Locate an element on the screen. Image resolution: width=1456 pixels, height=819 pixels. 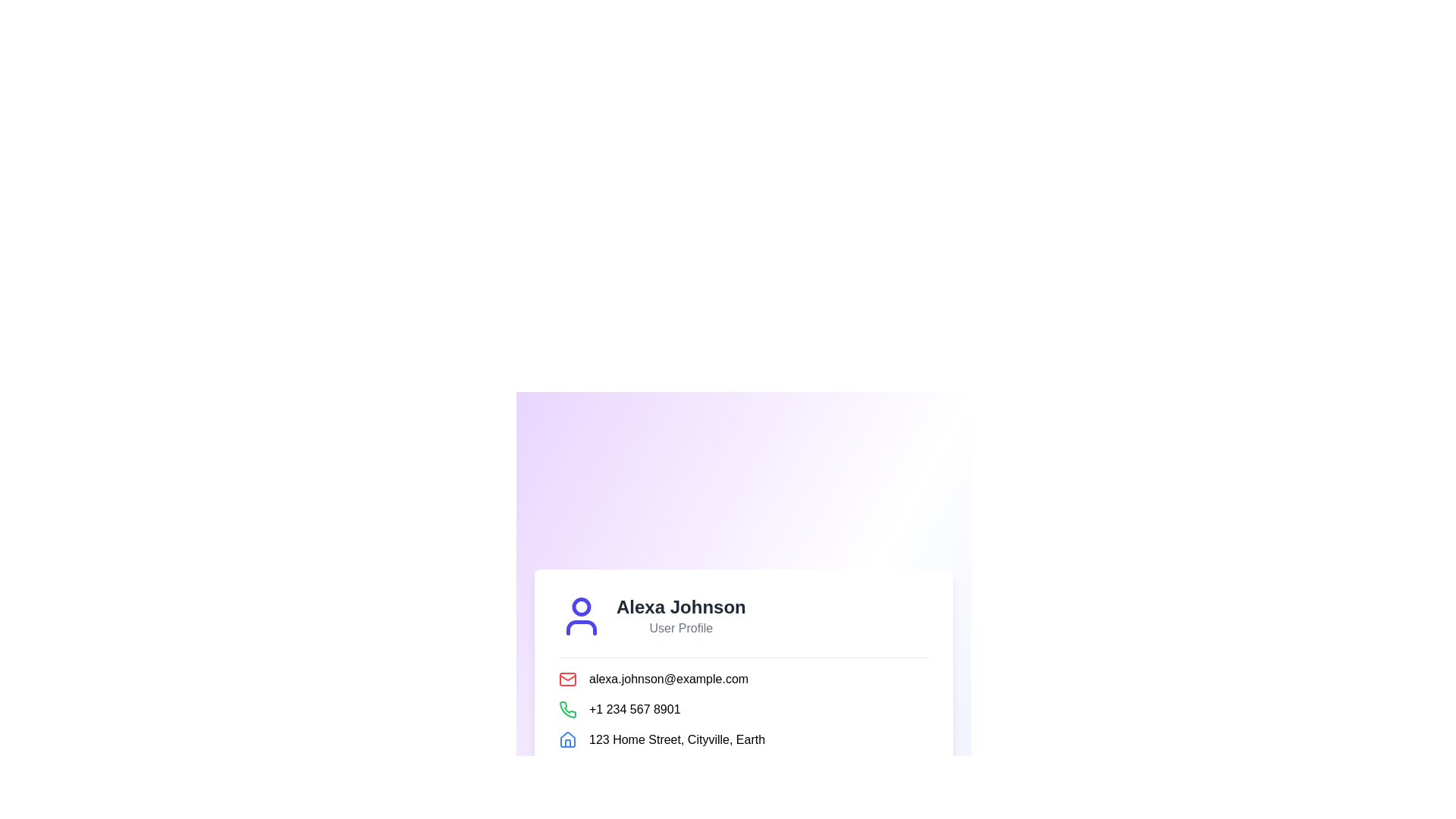
the text label displaying the name 'Alexa Johnson', which is styled in bold and large font, located at the top of the user information card is located at coordinates (680, 606).